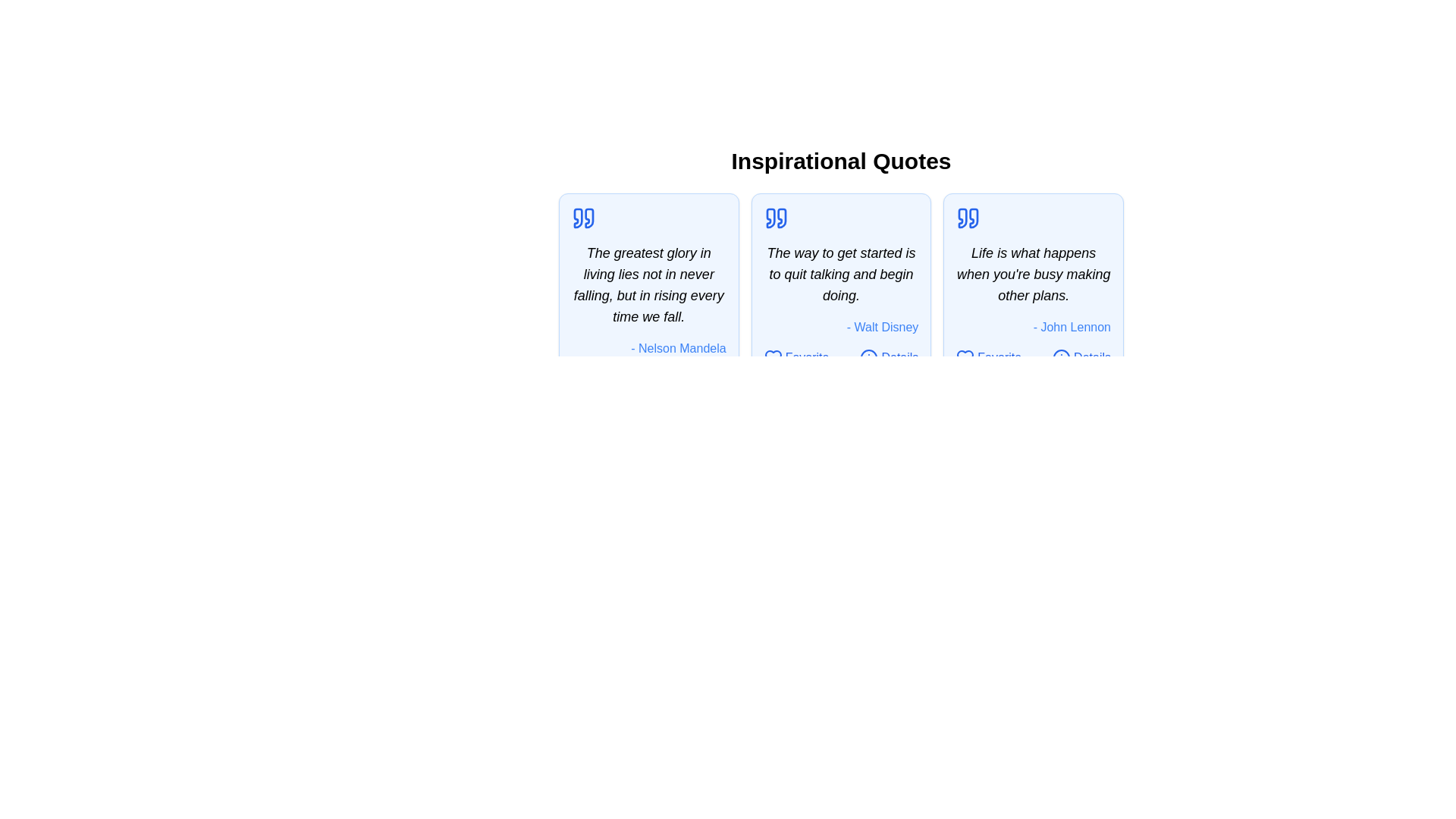 Image resolution: width=1456 pixels, height=819 pixels. What do you see at coordinates (795, 357) in the screenshot?
I see `the clickable text label with an accompanying icon in the bottom-left corner of the middle card to mark it as a favorite` at bounding box center [795, 357].